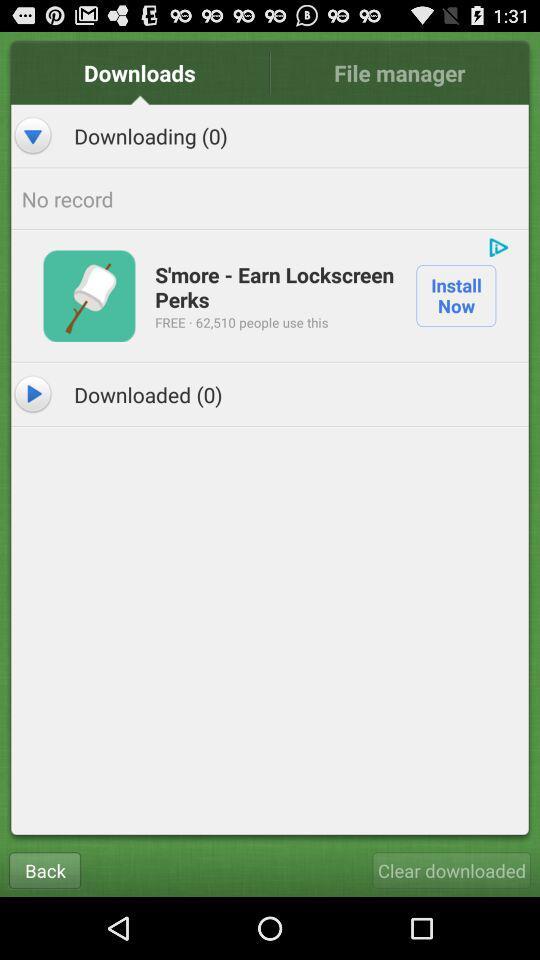 This screenshot has height=960, width=540. What do you see at coordinates (139, 72) in the screenshot?
I see `the downloads` at bounding box center [139, 72].